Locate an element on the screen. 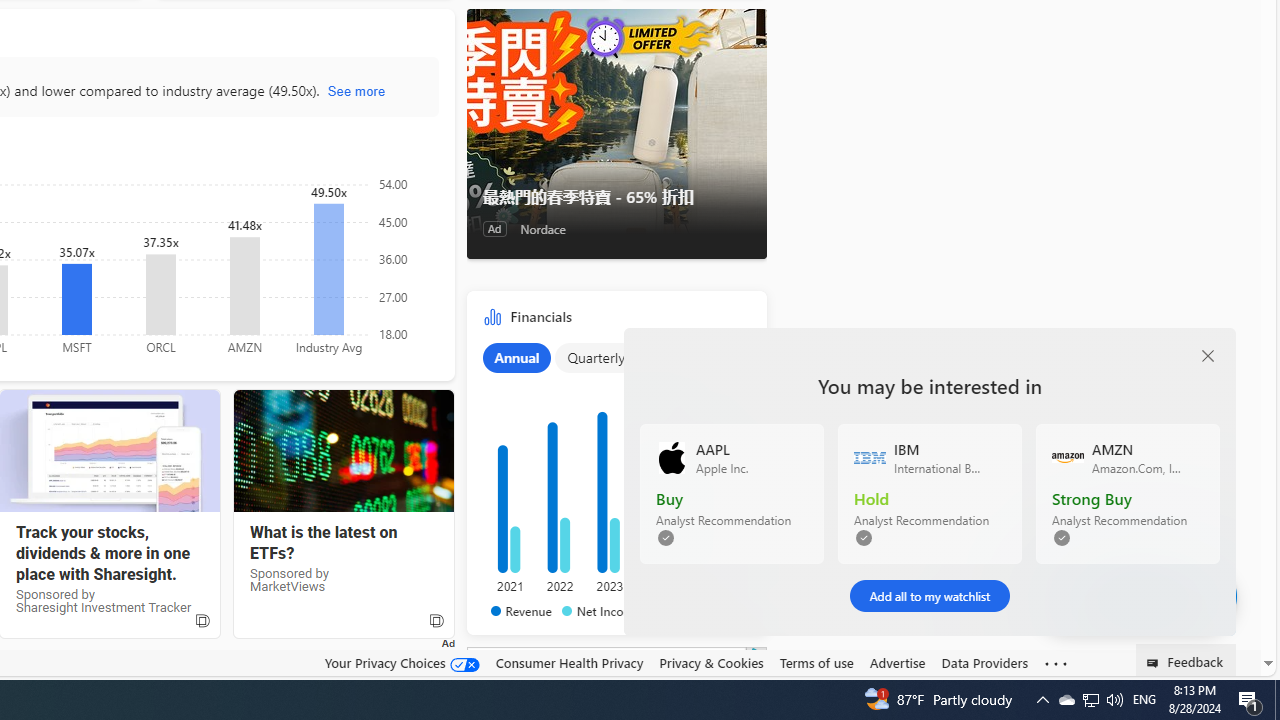 The height and width of the screenshot is (720, 1280). 'Class: chartSvg' is located at coordinates (611, 478).